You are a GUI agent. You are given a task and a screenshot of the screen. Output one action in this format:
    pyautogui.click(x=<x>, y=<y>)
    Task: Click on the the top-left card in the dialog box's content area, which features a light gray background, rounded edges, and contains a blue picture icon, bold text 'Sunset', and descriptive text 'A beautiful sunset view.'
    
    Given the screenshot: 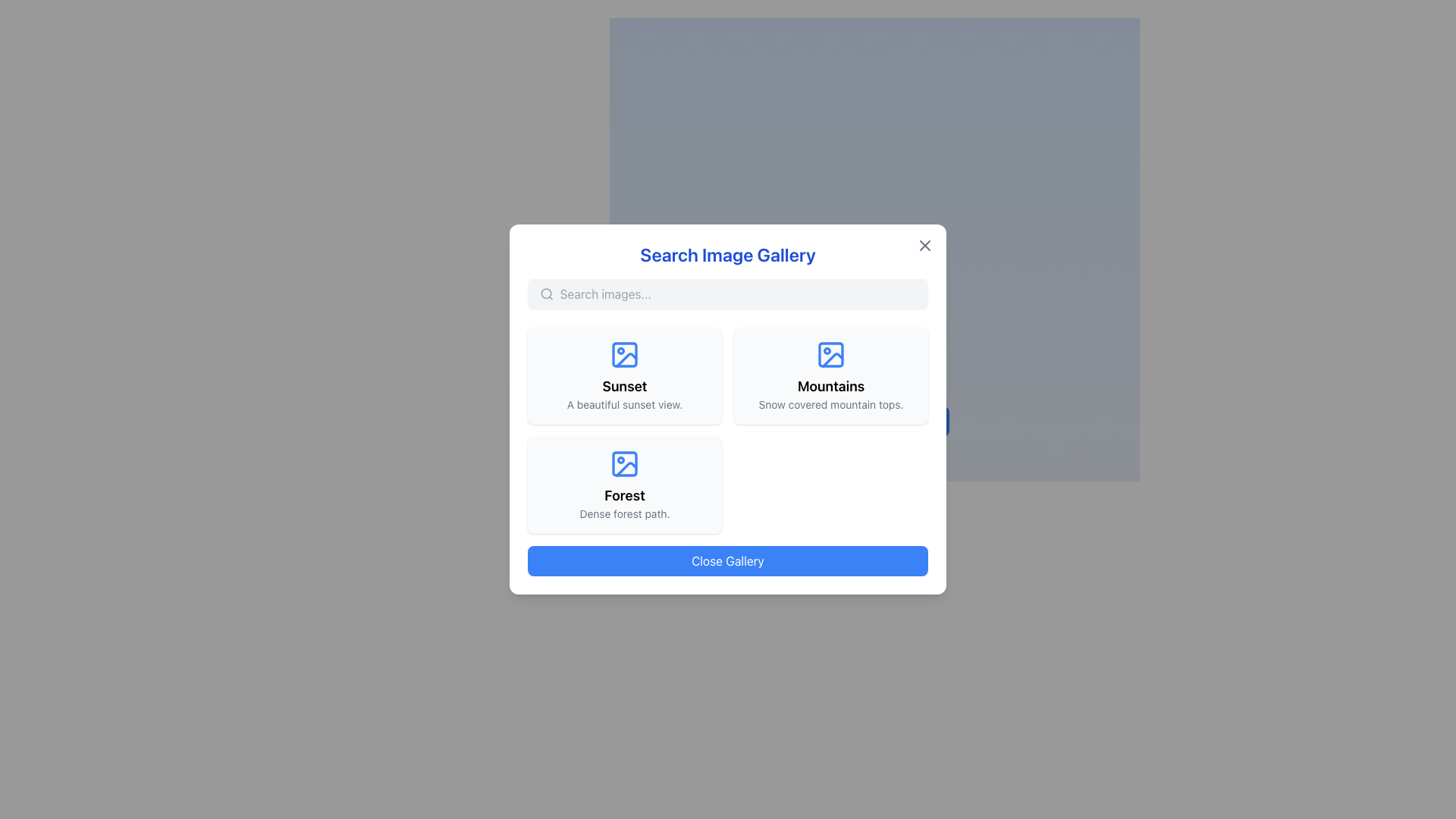 What is the action you would take?
    pyautogui.click(x=625, y=375)
    